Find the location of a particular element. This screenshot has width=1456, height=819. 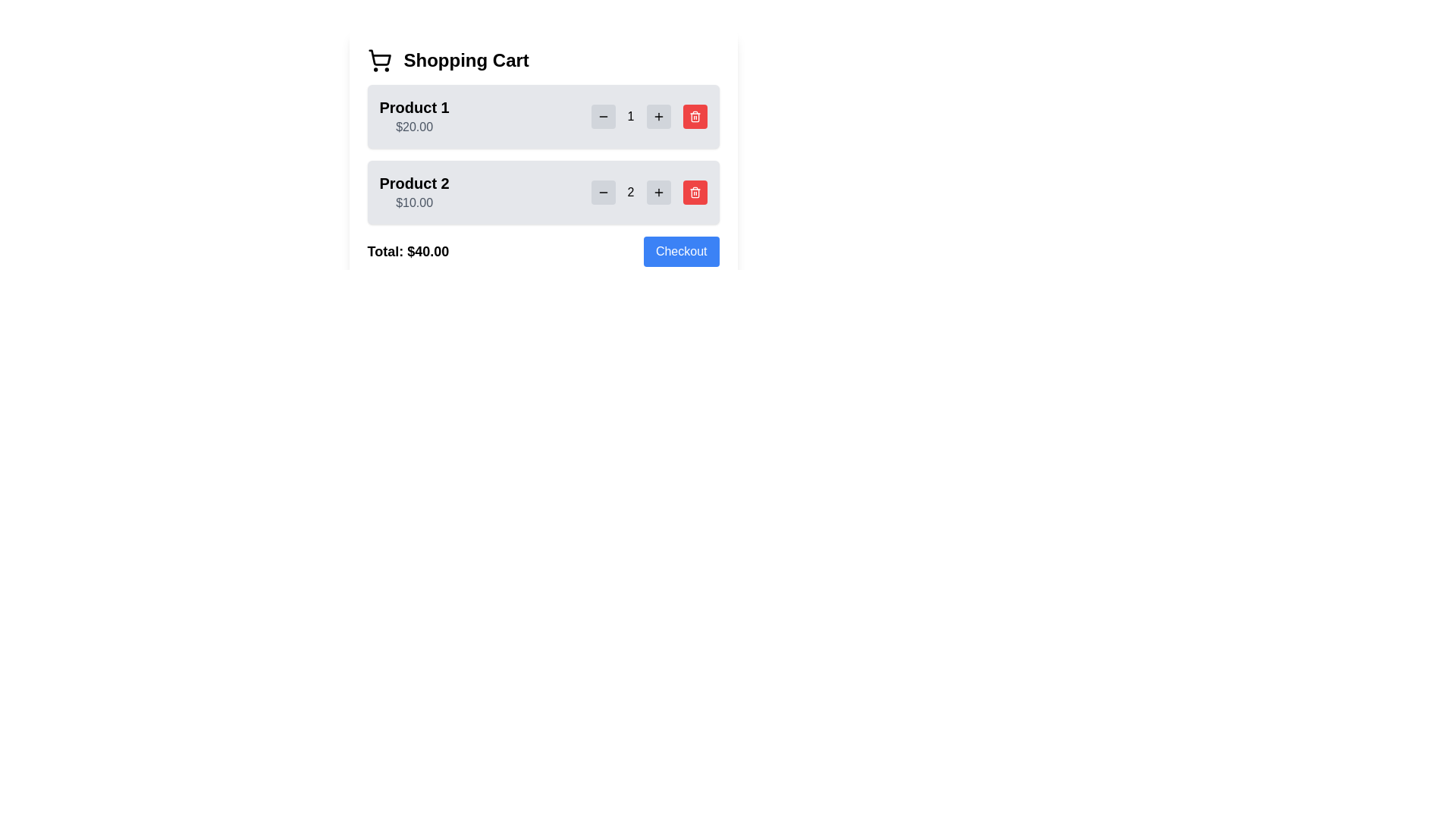

the quantity increment button located in the quantity control section of the first product row in the shopping cart to increase the displayed product quantity is located at coordinates (658, 116).